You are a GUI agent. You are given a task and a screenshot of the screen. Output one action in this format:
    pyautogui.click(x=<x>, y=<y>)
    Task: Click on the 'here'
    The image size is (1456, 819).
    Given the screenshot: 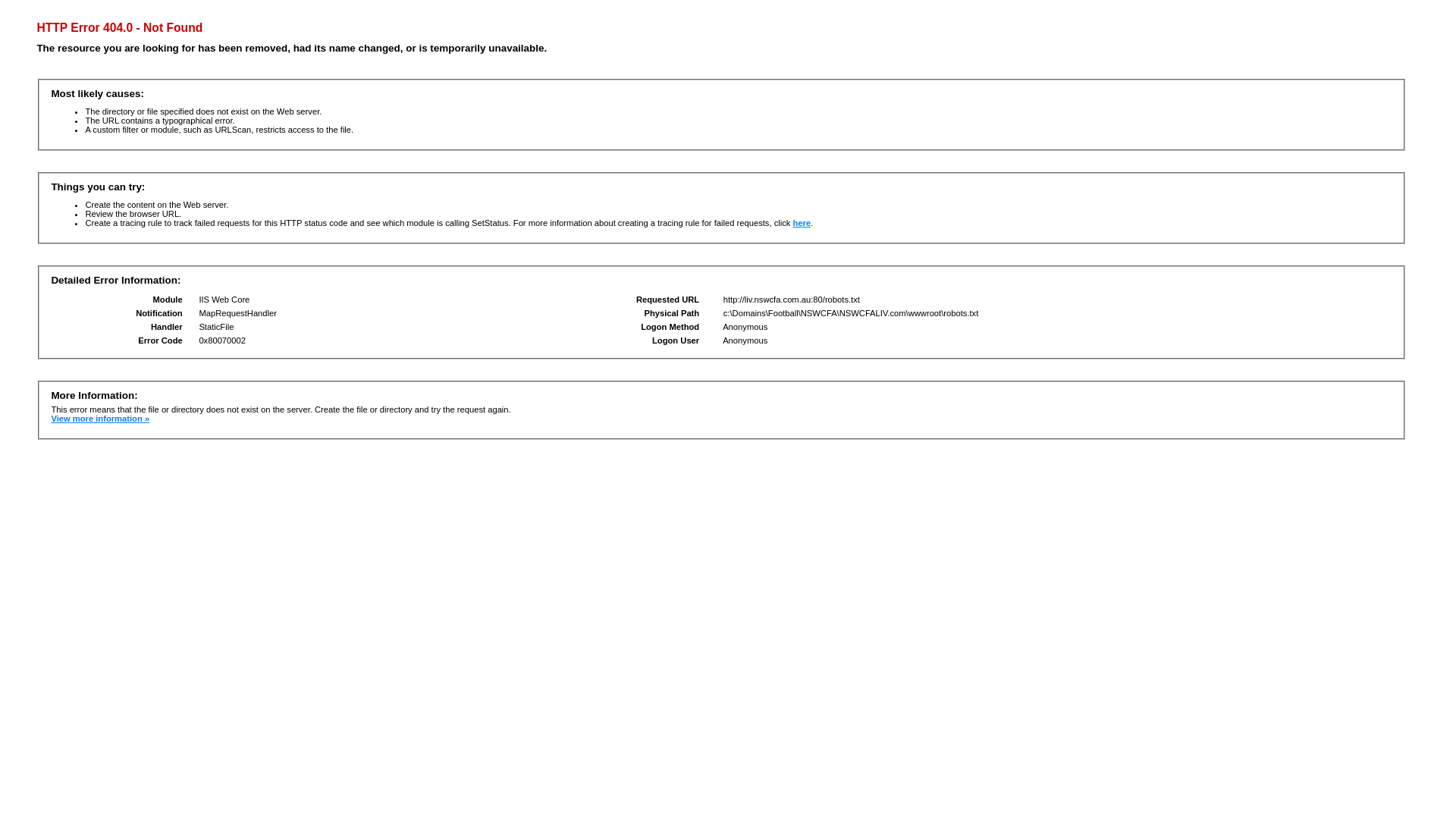 What is the action you would take?
    pyautogui.click(x=801, y=222)
    